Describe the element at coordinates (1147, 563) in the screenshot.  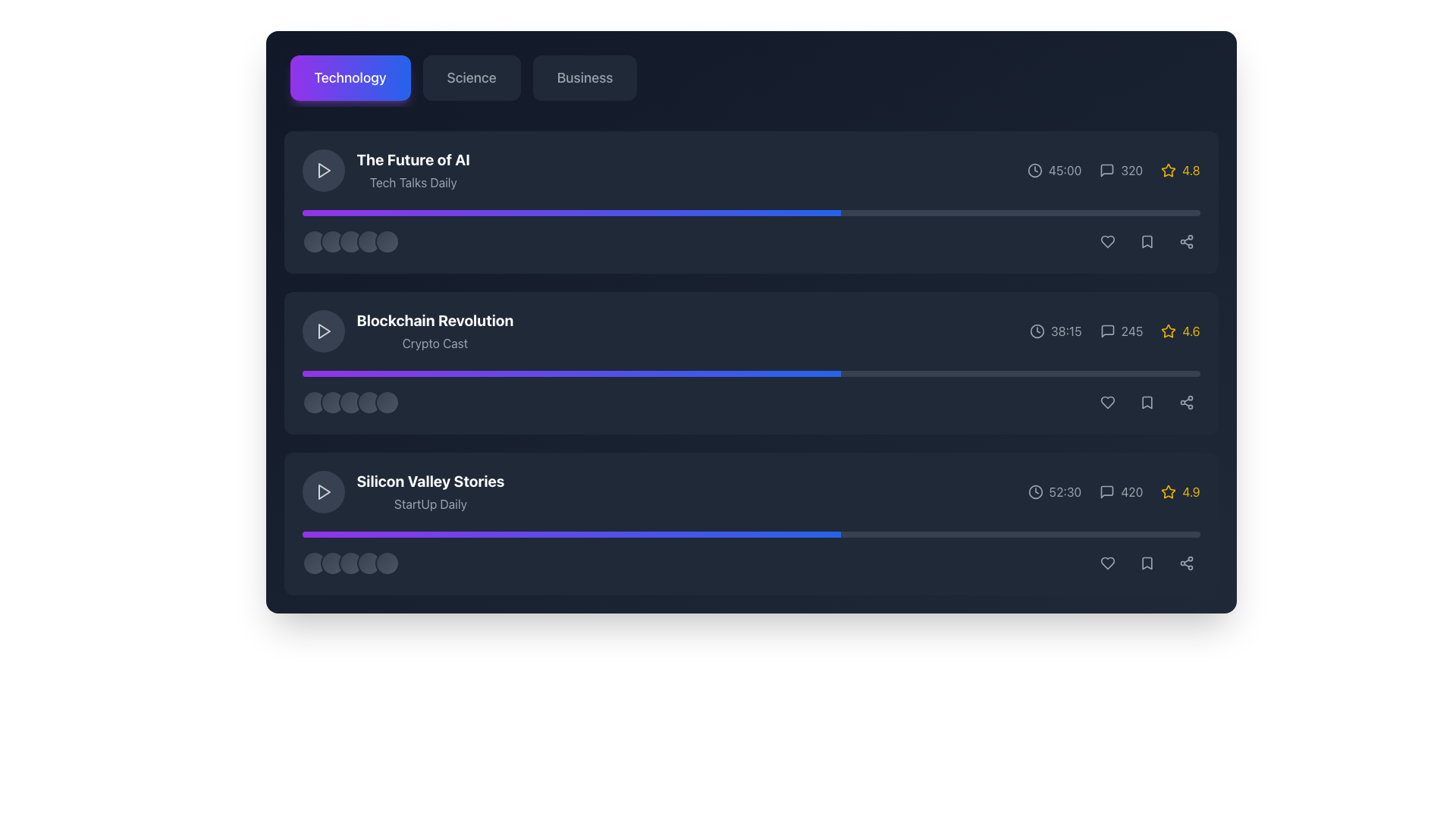
I see `the bookmark button located in the bottom-right corner of the card, positioned between the heart-shaped icon and the share icon` at that location.